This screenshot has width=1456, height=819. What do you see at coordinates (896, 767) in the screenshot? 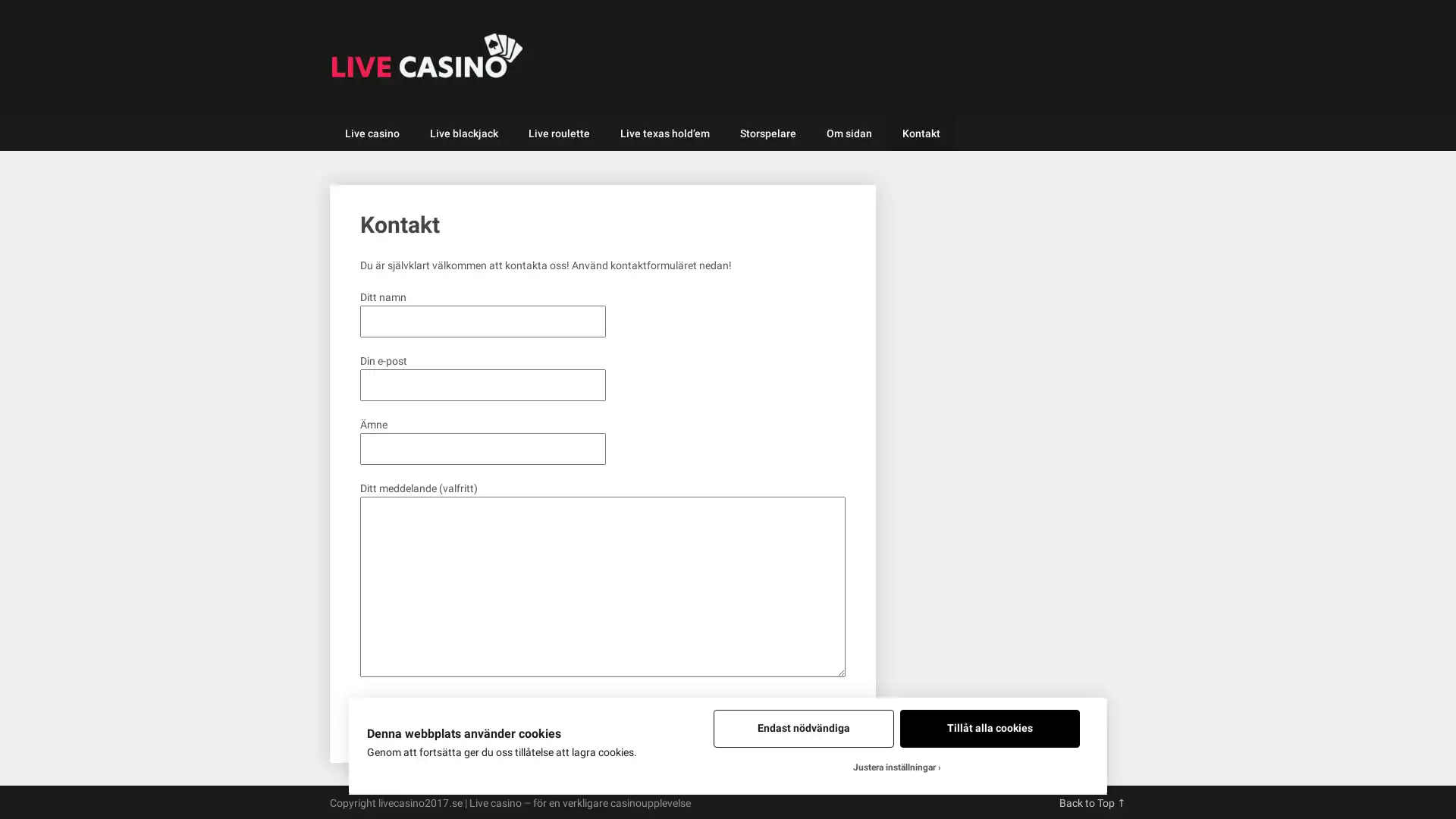
I see `Justera installningar` at bounding box center [896, 767].